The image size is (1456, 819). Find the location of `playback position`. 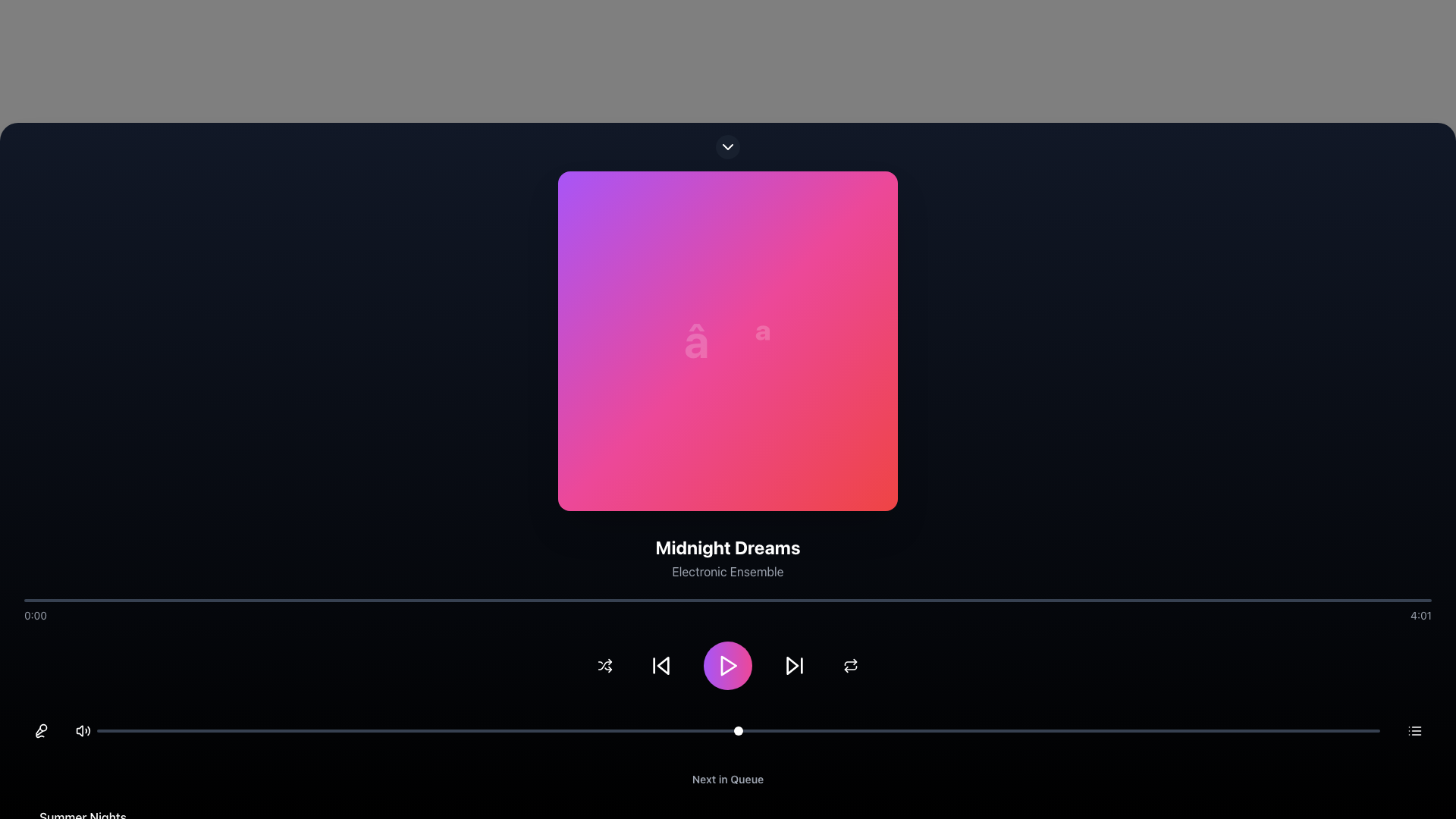

playback position is located at coordinates (728, 599).